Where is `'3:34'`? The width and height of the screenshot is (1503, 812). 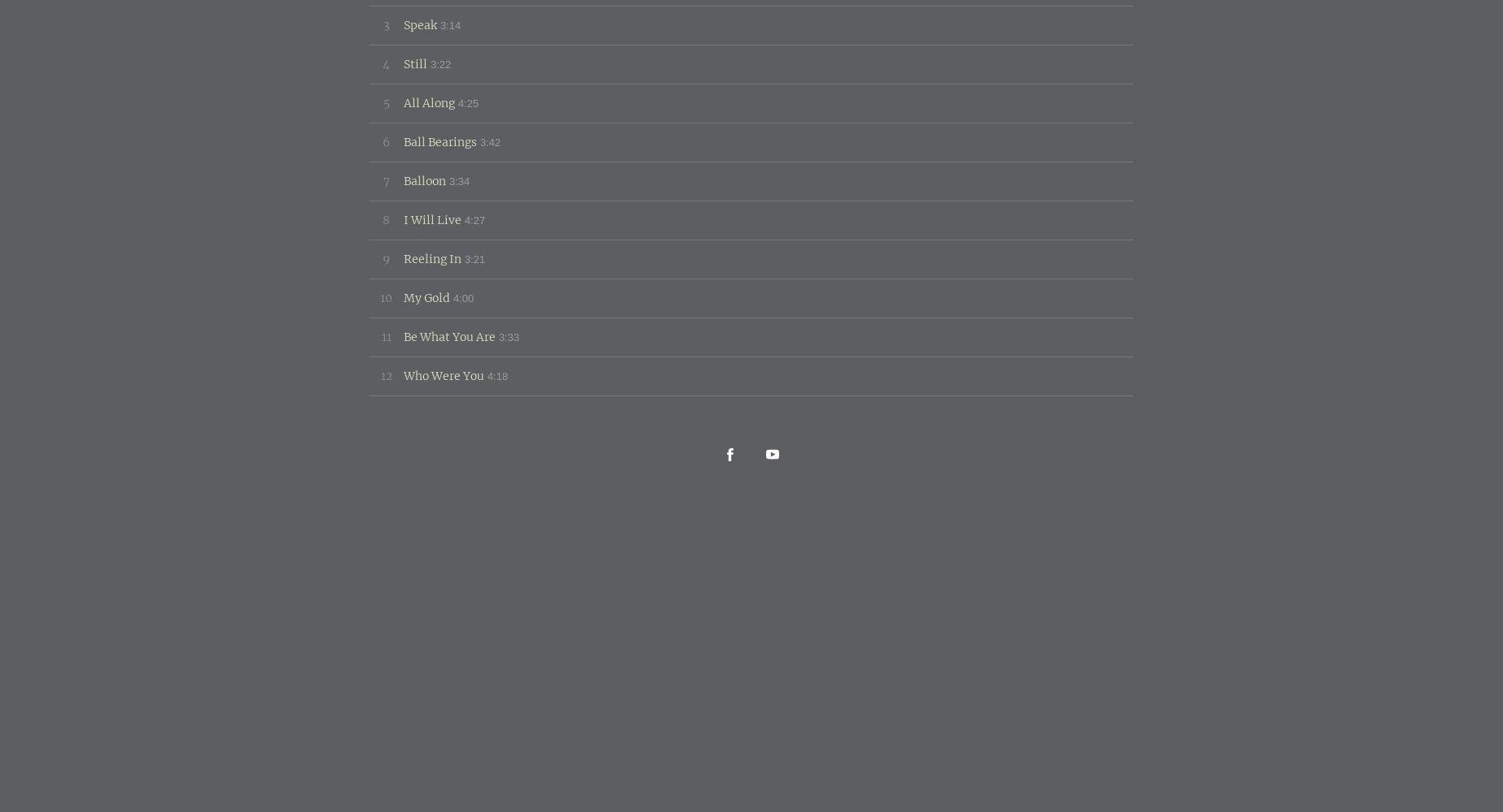
'3:34' is located at coordinates (448, 179).